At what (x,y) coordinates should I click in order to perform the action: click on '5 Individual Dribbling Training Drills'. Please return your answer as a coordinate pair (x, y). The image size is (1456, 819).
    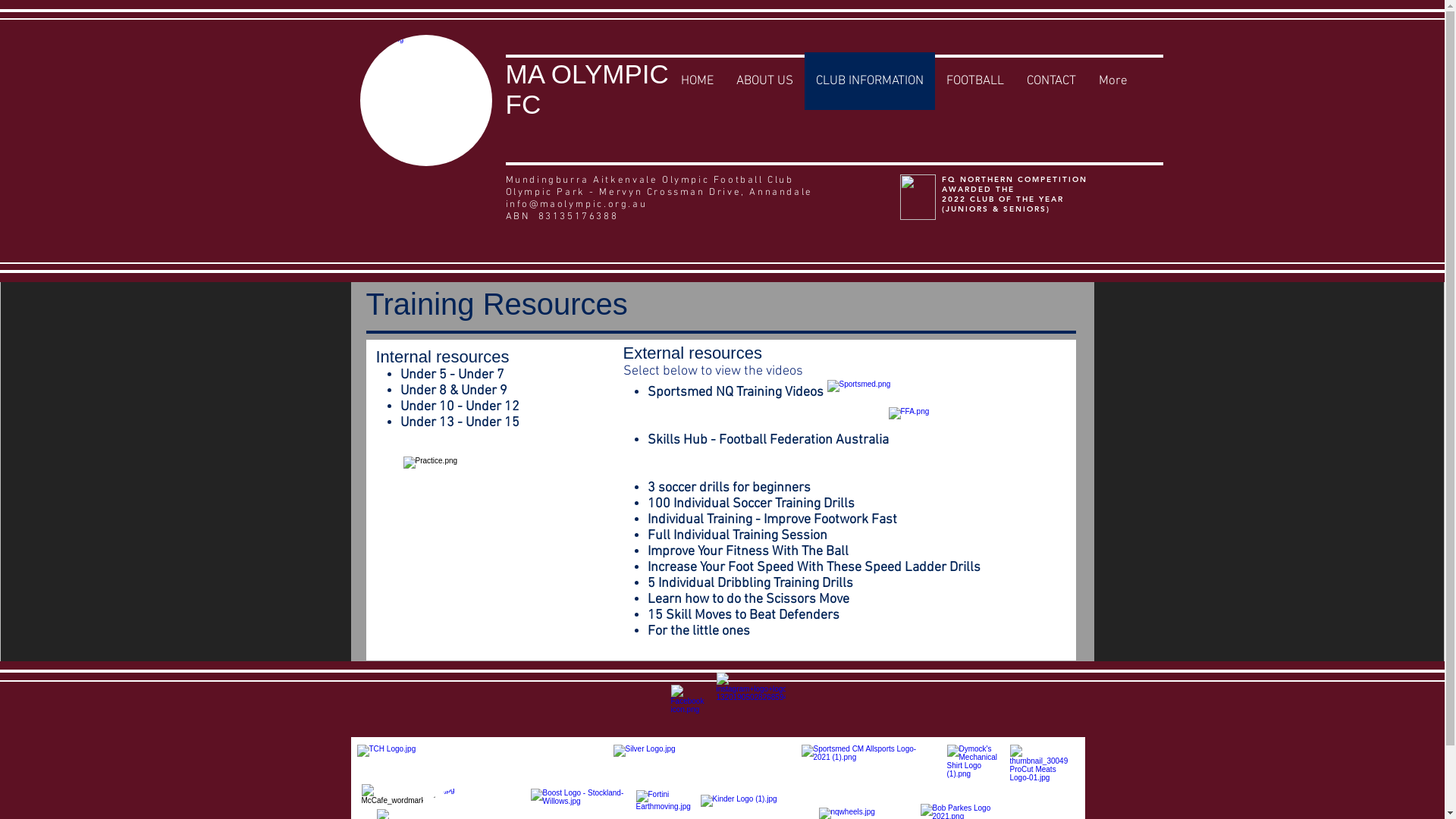
    Looking at the image, I should click on (750, 582).